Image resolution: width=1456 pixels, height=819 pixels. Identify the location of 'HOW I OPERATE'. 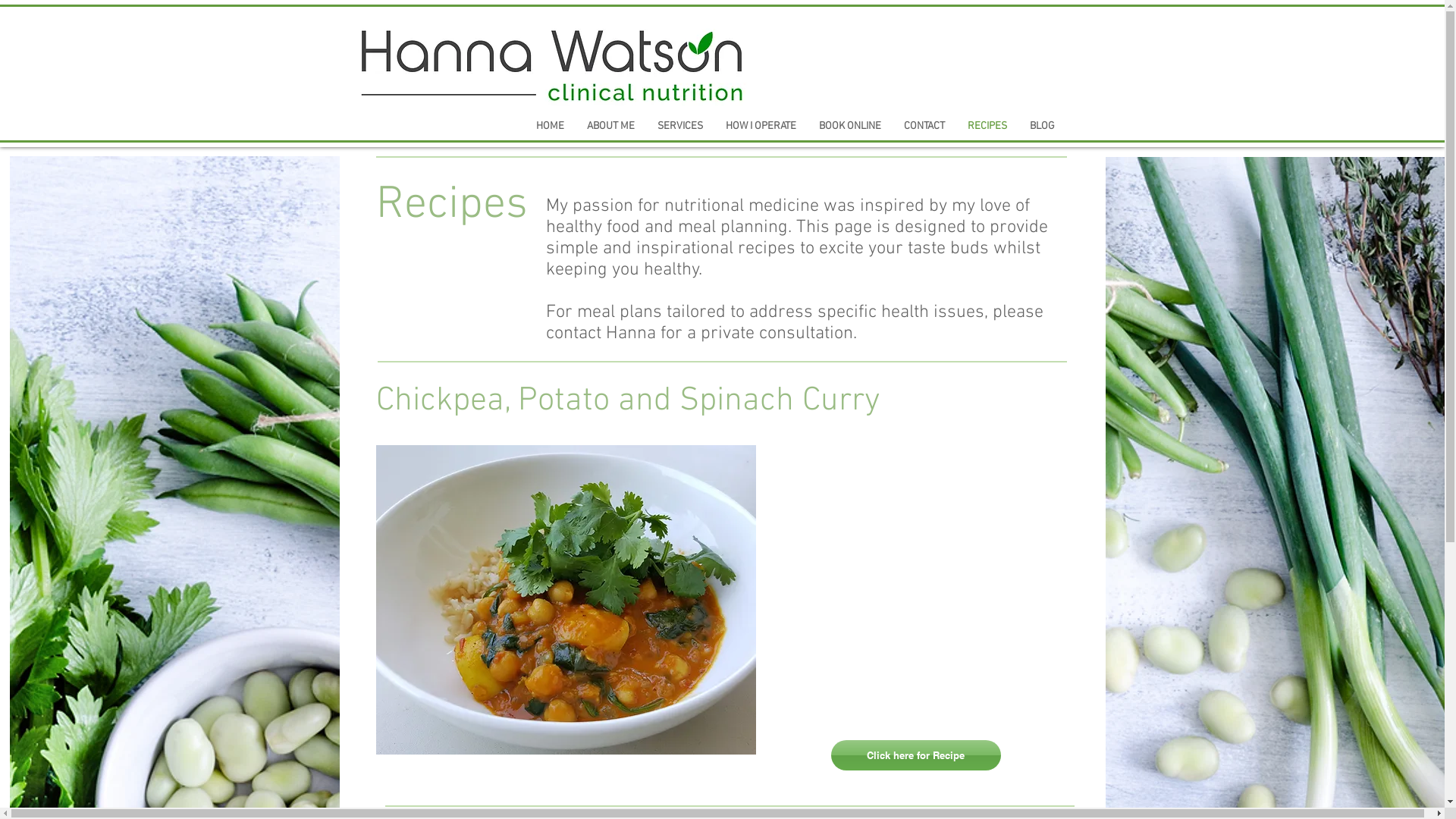
(761, 125).